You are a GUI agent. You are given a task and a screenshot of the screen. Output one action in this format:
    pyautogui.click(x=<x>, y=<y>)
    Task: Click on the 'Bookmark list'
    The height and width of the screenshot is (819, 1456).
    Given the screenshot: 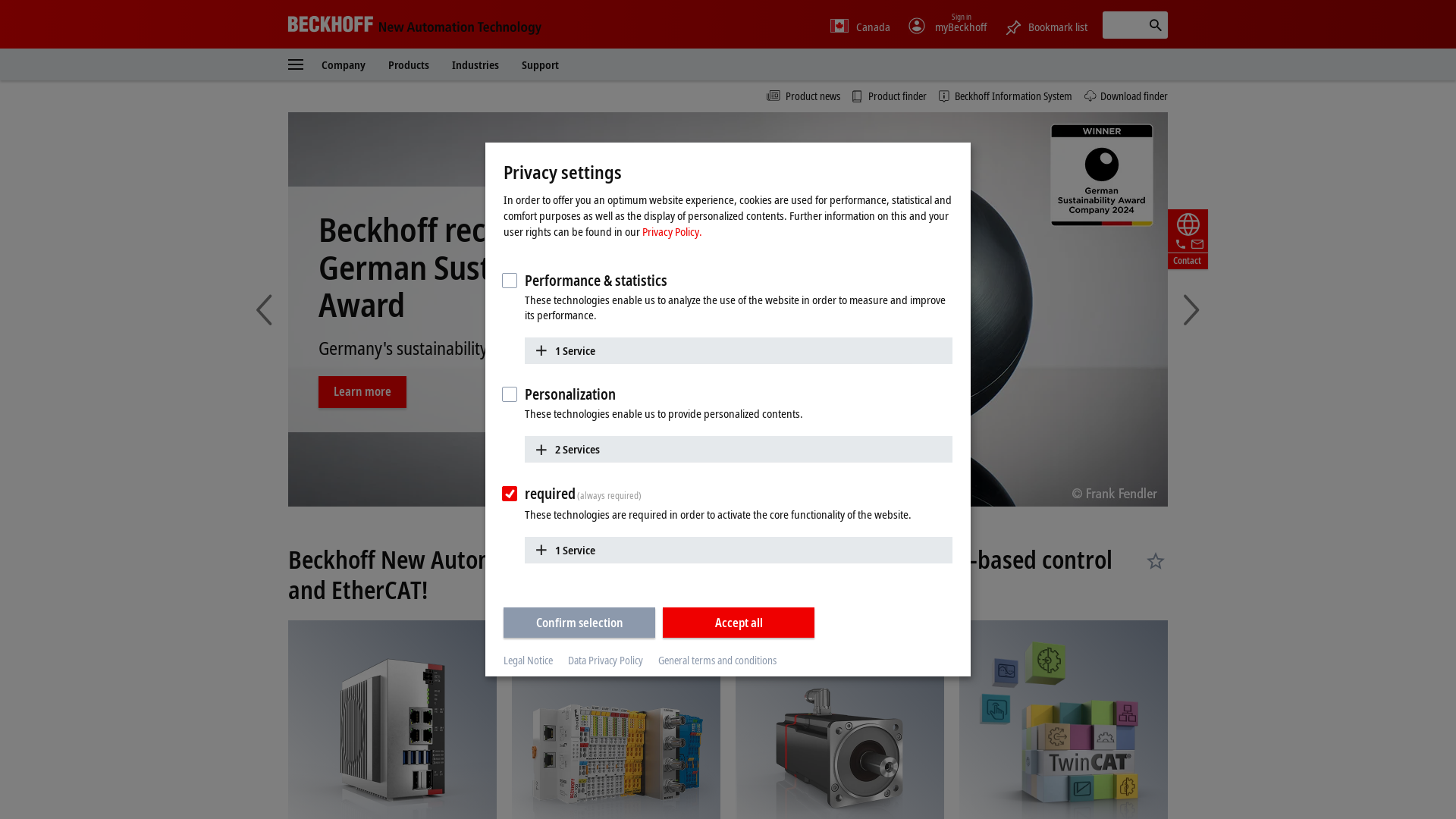 What is the action you would take?
    pyautogui.click(x=1044, y=24)
    